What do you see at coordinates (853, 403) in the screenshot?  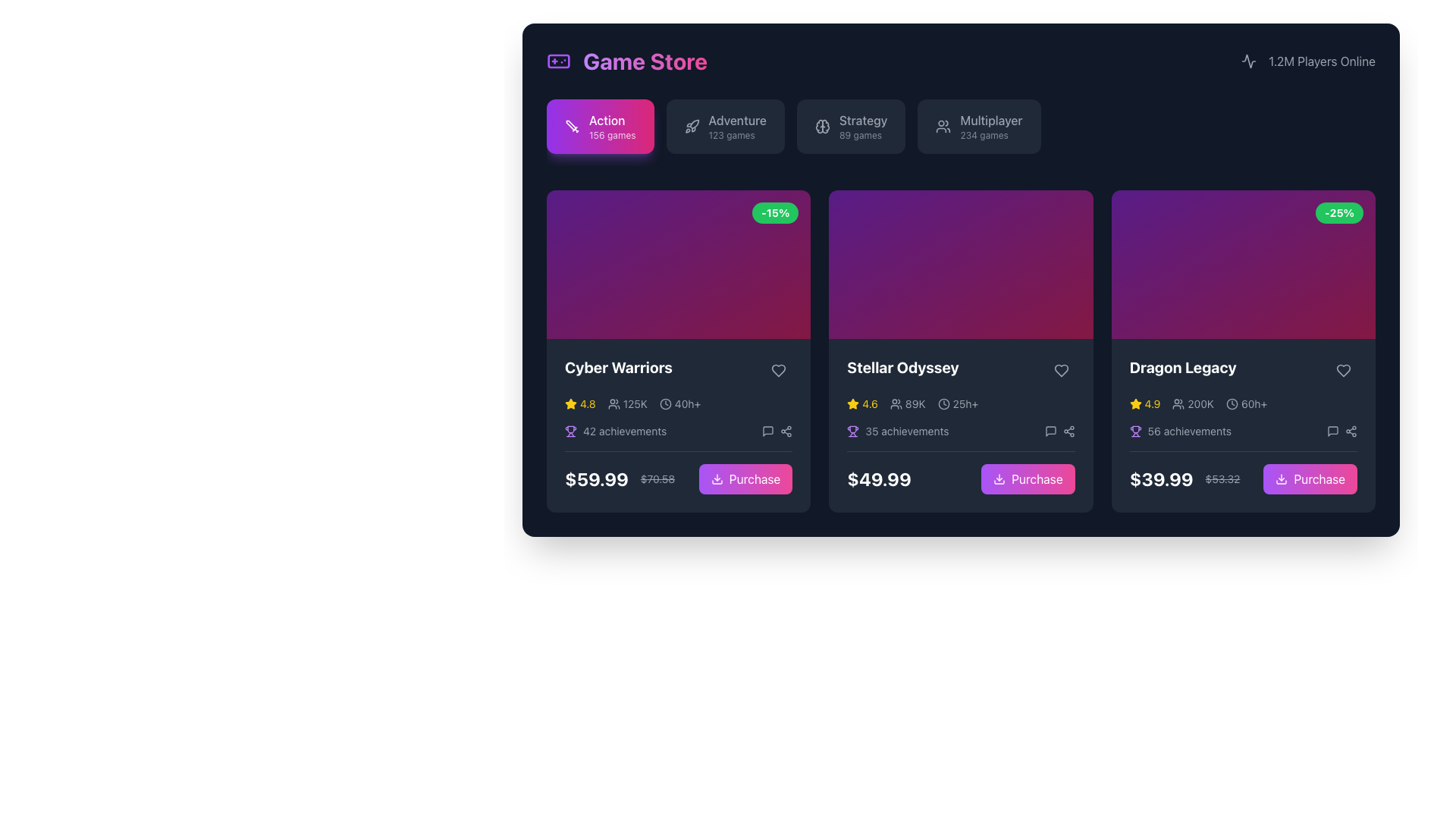 I see `the small yellow star icon with a black outline located in the second card from the left, which displays the game 'Stellar Odyssey'` at bounding box center [853, 403].